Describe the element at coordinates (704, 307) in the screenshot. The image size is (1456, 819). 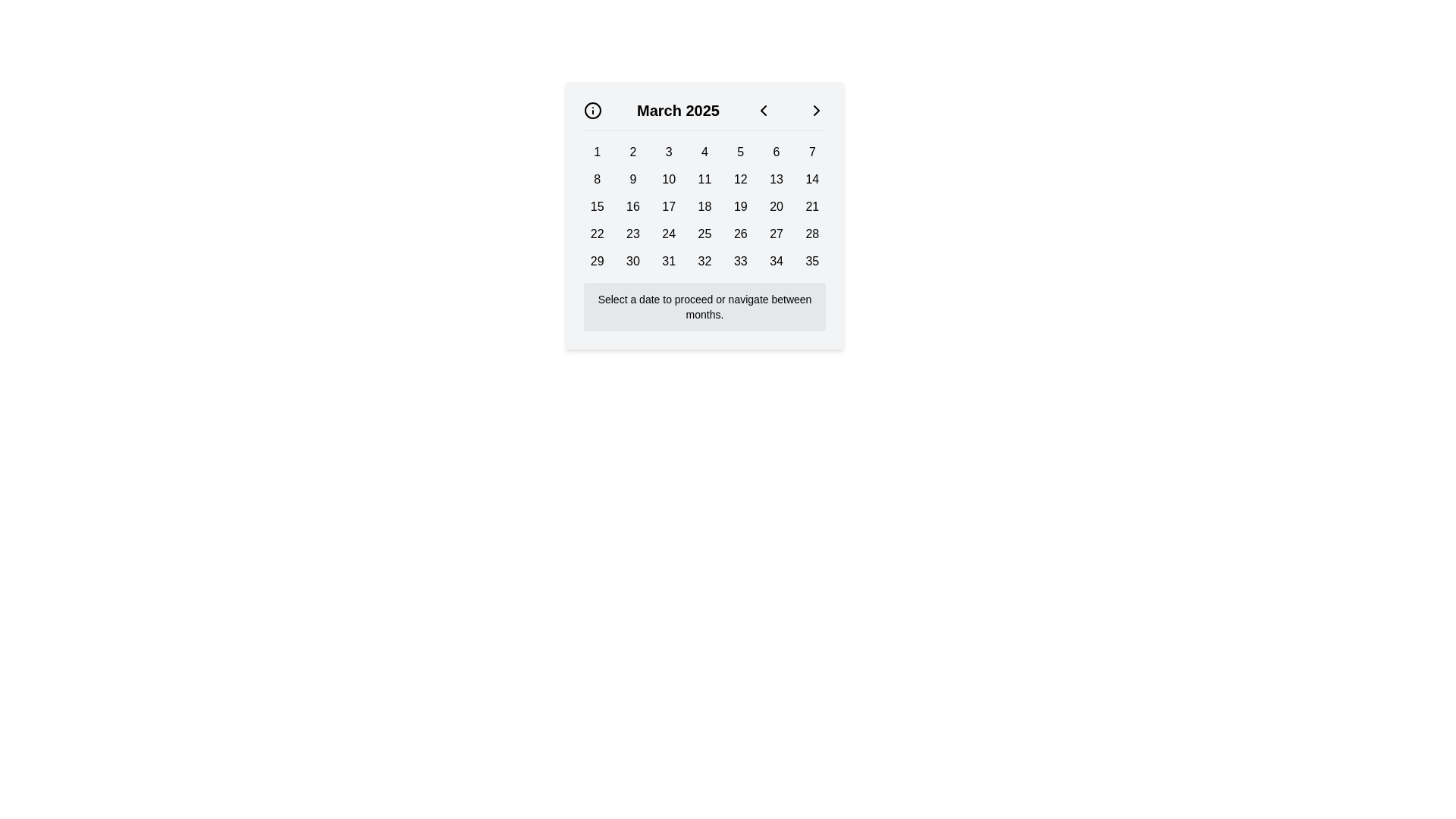
I see `the informational text that instructs users on how to interact with the calendar widget, located below the numerical grid of the calendar dates` at that location.